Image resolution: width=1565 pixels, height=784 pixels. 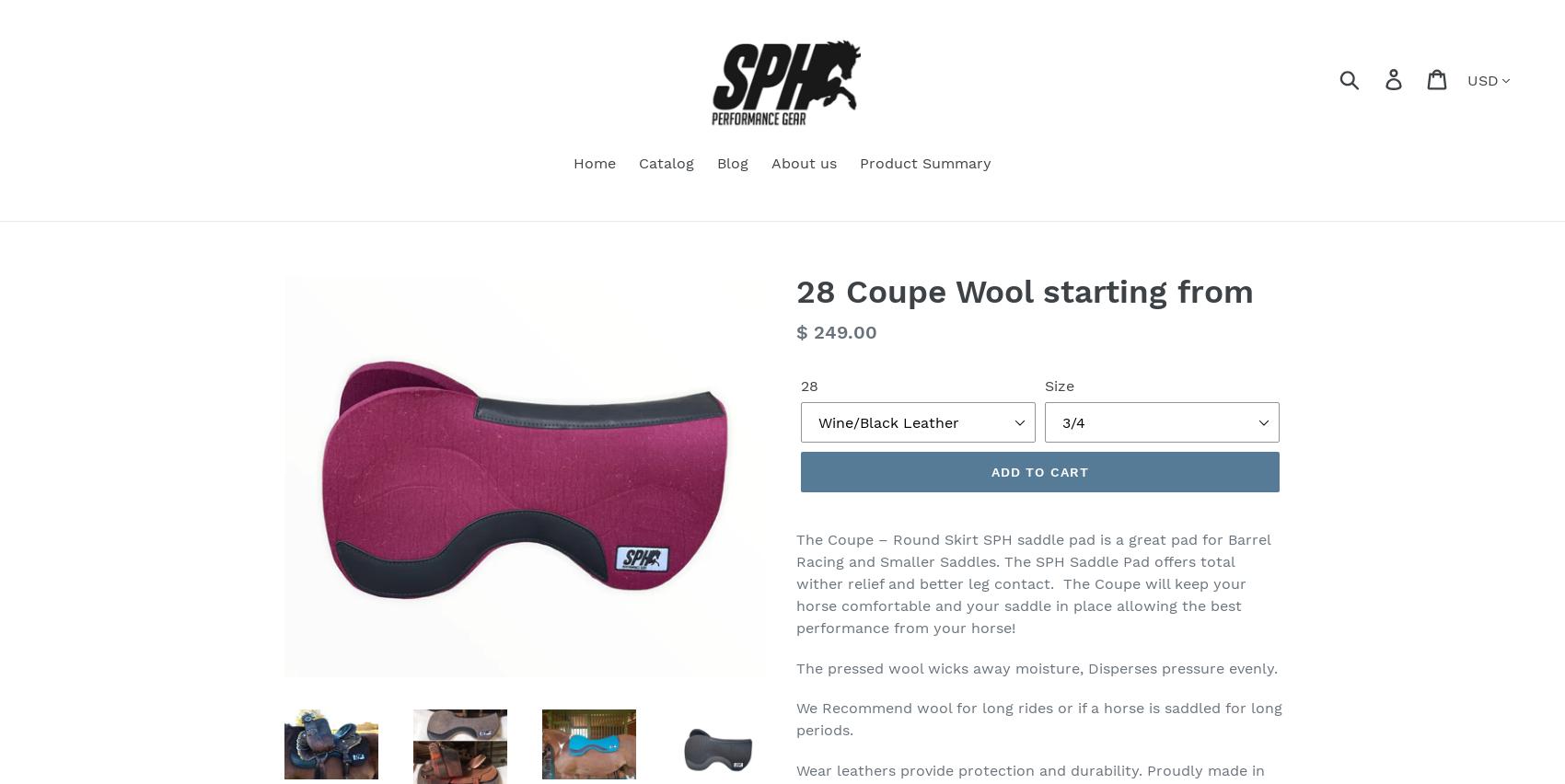 I want to click on 'The Coupe – Round Skirt SPH saddle pad is a great pad for Barrel Racing and Smaller Saddles. The SPH Saddle Pad offers total wither relief and better leg contact.  The Coupe will keep your horse comfortable and your saddle in place allowing the best performance from your horse!', so click(x=1033, y=583).